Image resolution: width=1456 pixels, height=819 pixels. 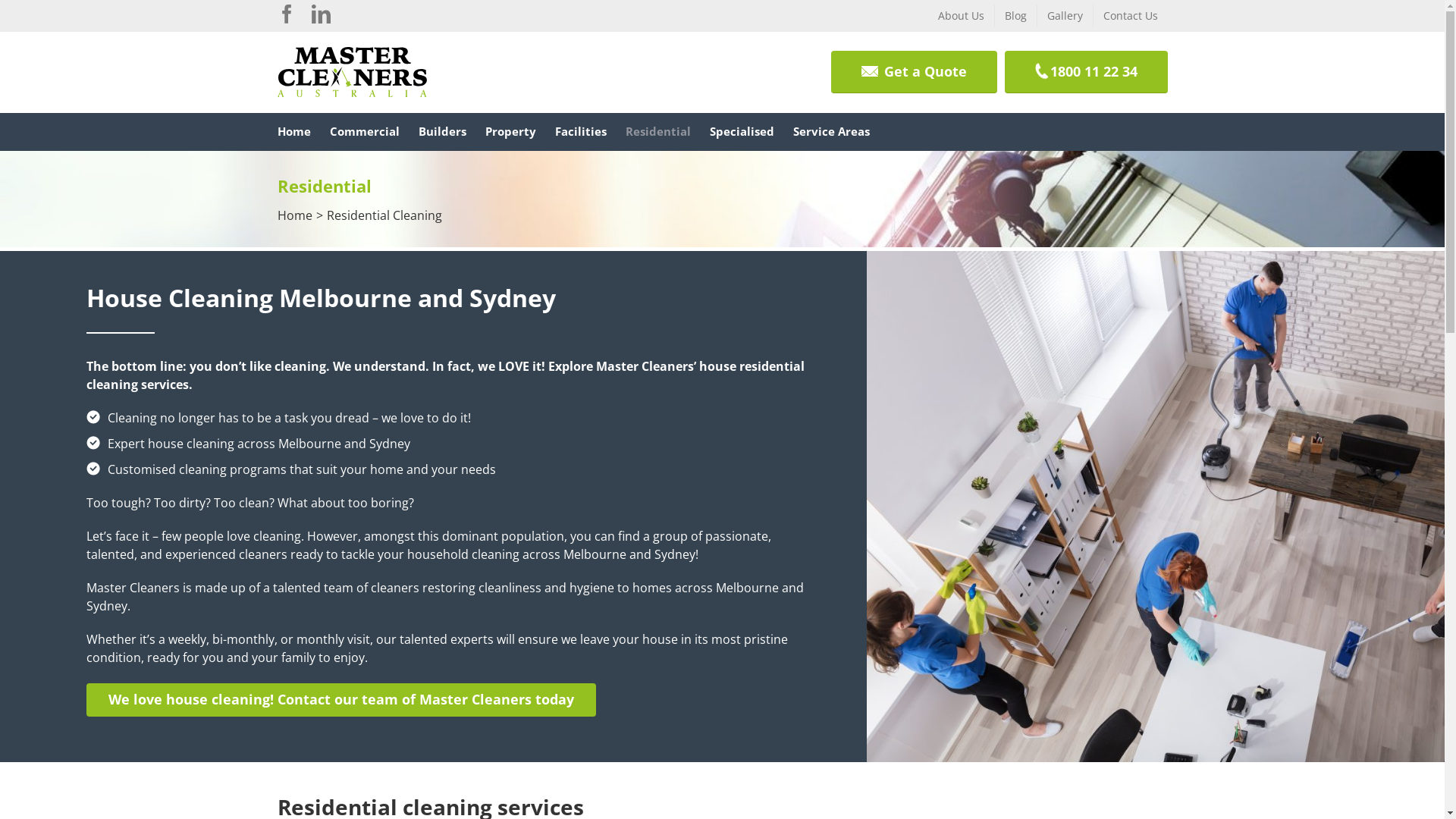 What do you see at coordinates (1131, 15) in the screenshot?
I see `'Contact Us'` at bounding box center [1131, 15].